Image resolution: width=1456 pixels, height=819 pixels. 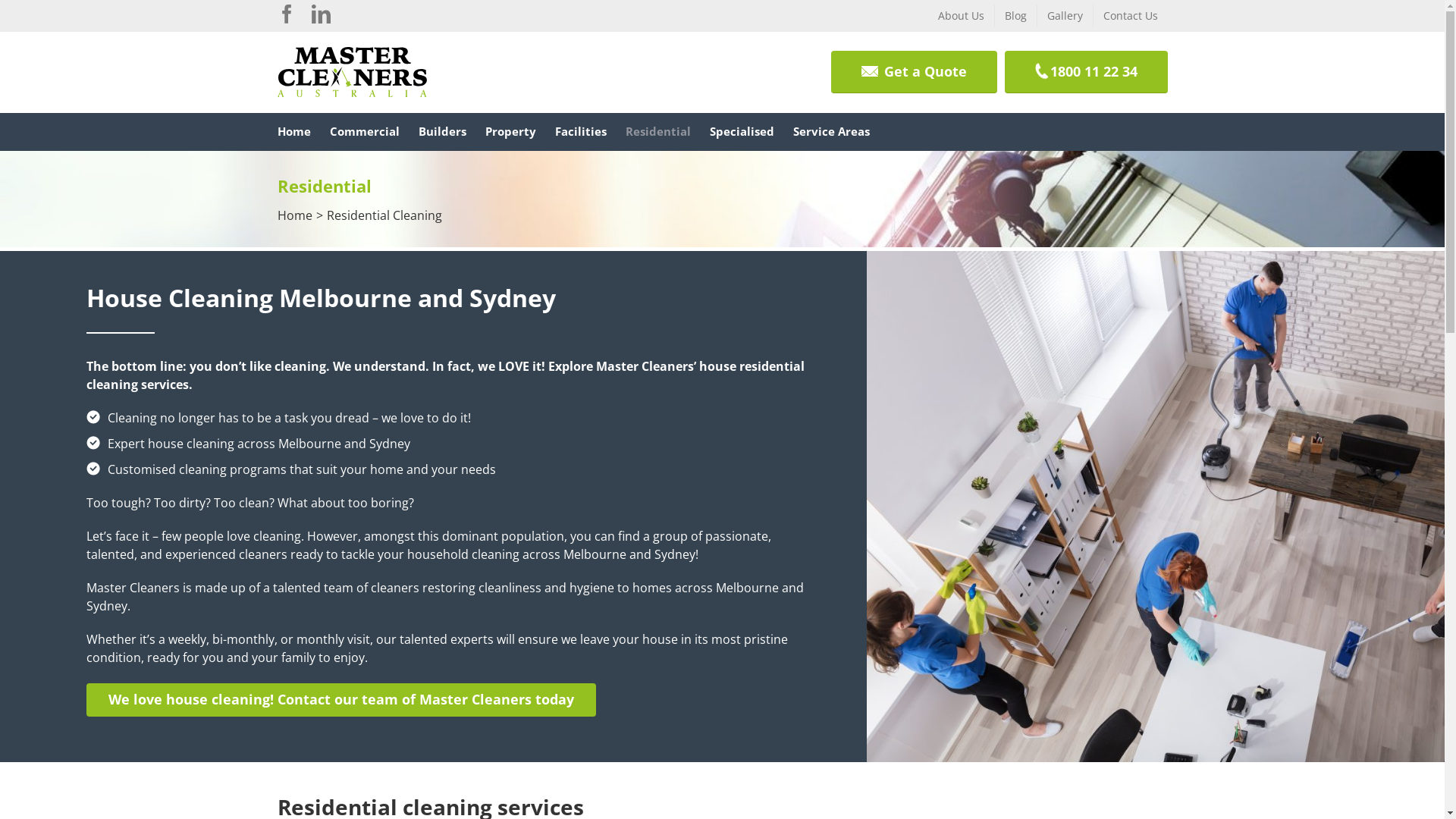 What do you see at coordinates (1131, 15) in the screenshot?
I see `'Contact Us'` at bounding box center [1131, 15].